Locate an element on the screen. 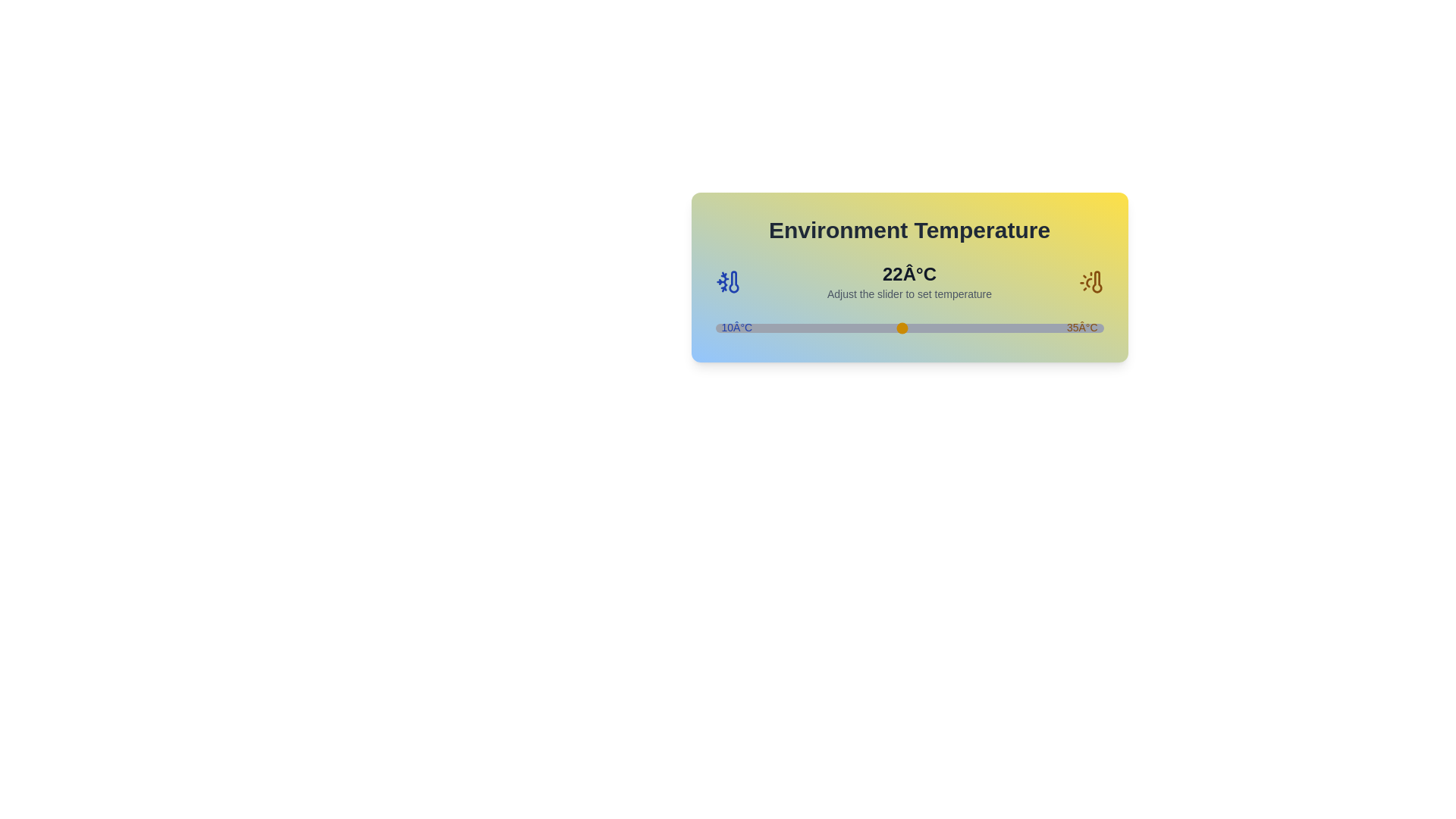  the slider to set the temperature to 31°C is located at coordinates (1040, 327).